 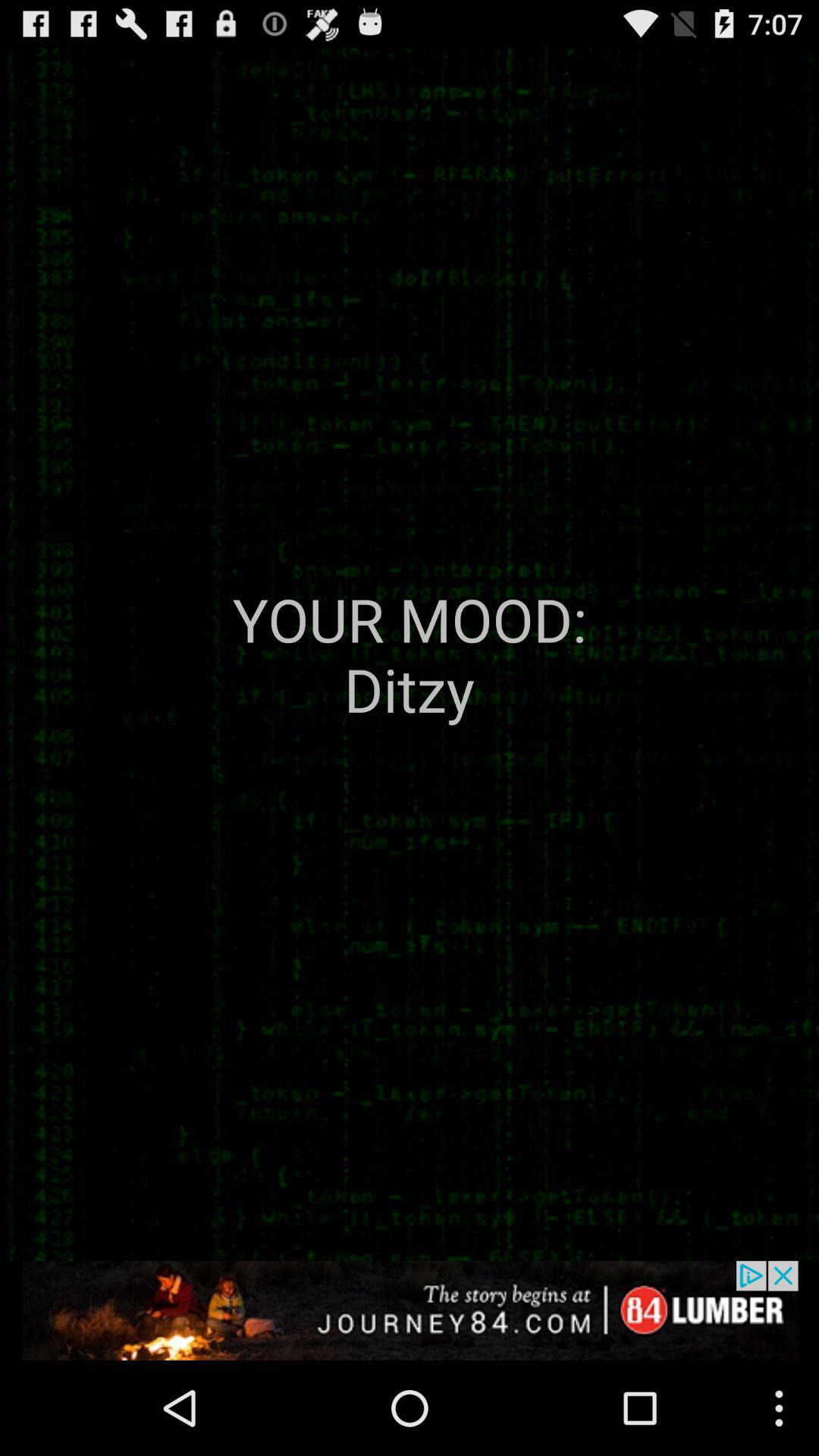 What do you see at coordinates (409, 1310) in the screenshot?
I see `advertisement` at bounding box center [409, 1310].